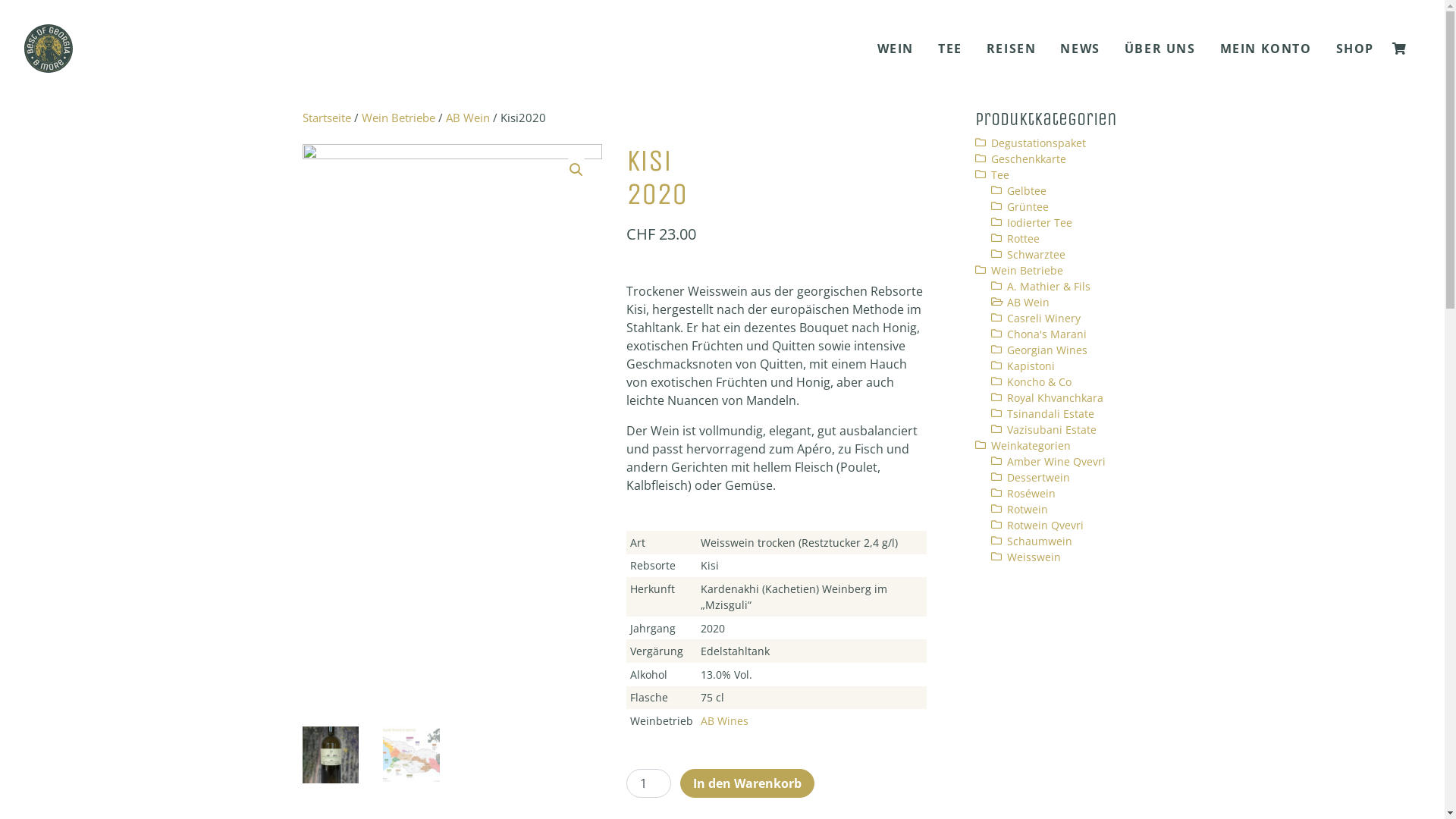  Describe the element at coordinates (1038, 381) in the screenshot. I see `'Koncho & Co'` at that location.